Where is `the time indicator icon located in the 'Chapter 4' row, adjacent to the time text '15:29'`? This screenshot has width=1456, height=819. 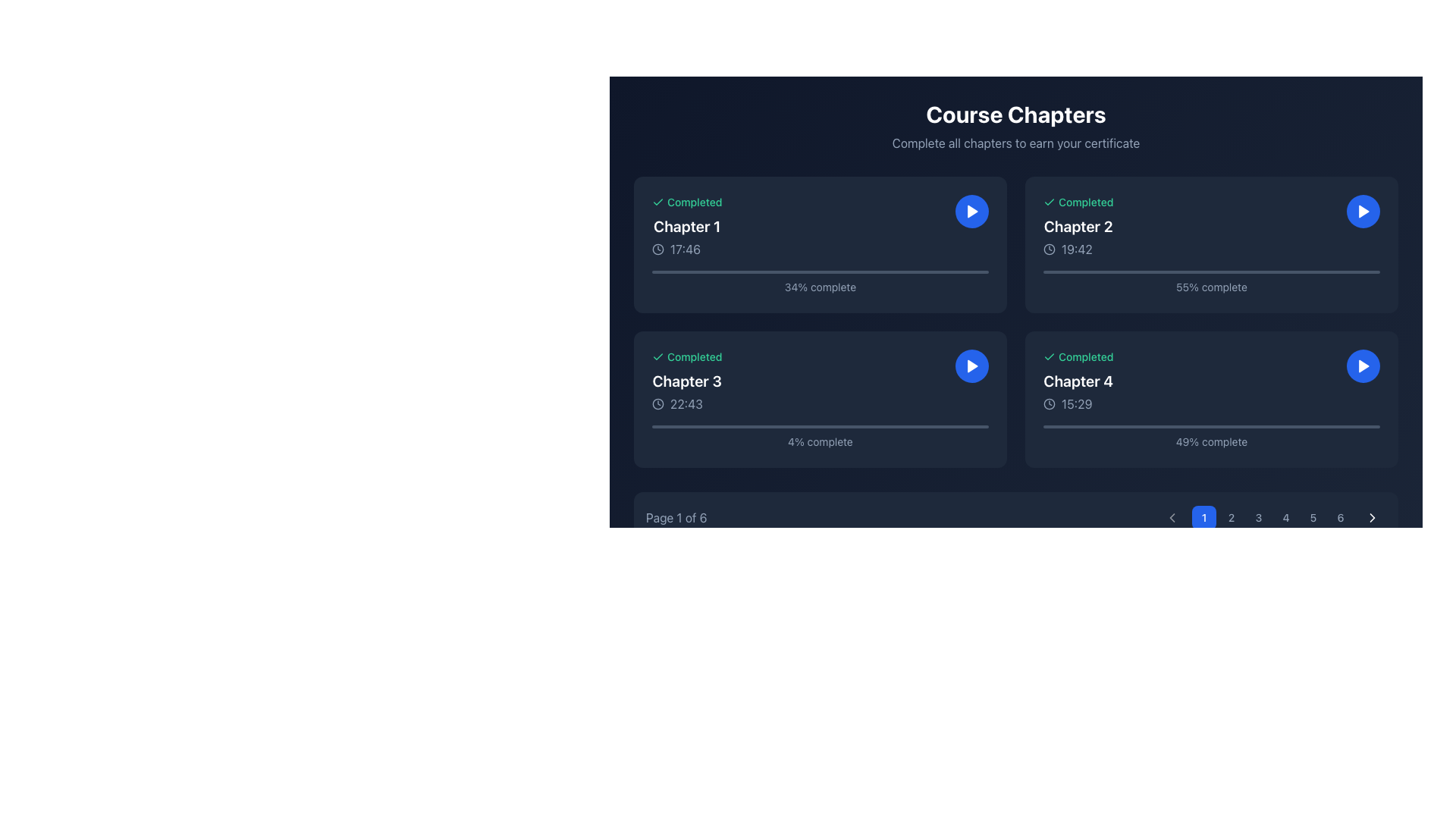
the time indicator icon located in the 'Chapter 4' row, adjacent to the time text '15:29' is located at coordinates (1048, 403).